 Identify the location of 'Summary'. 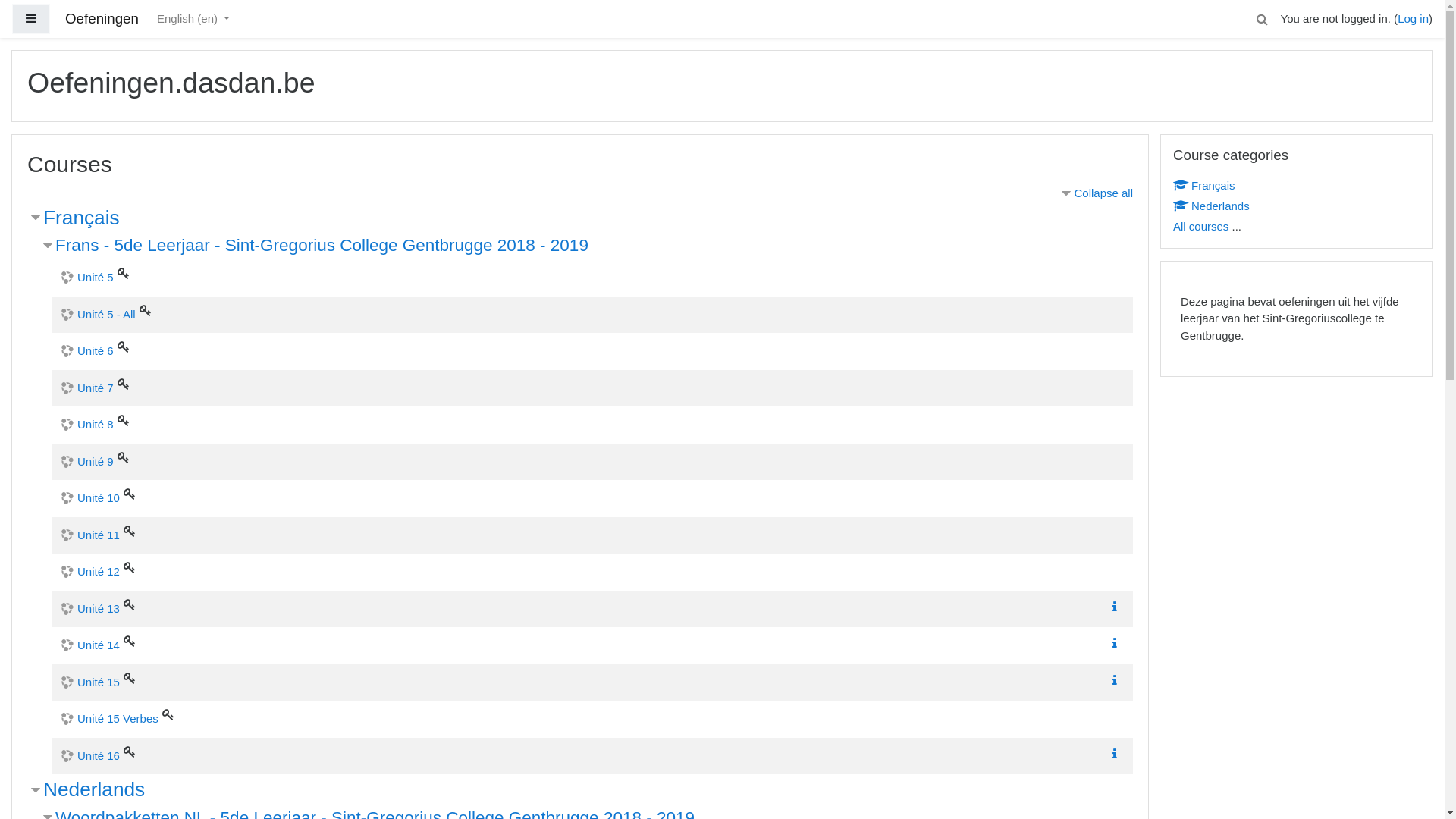
(1117, 679).